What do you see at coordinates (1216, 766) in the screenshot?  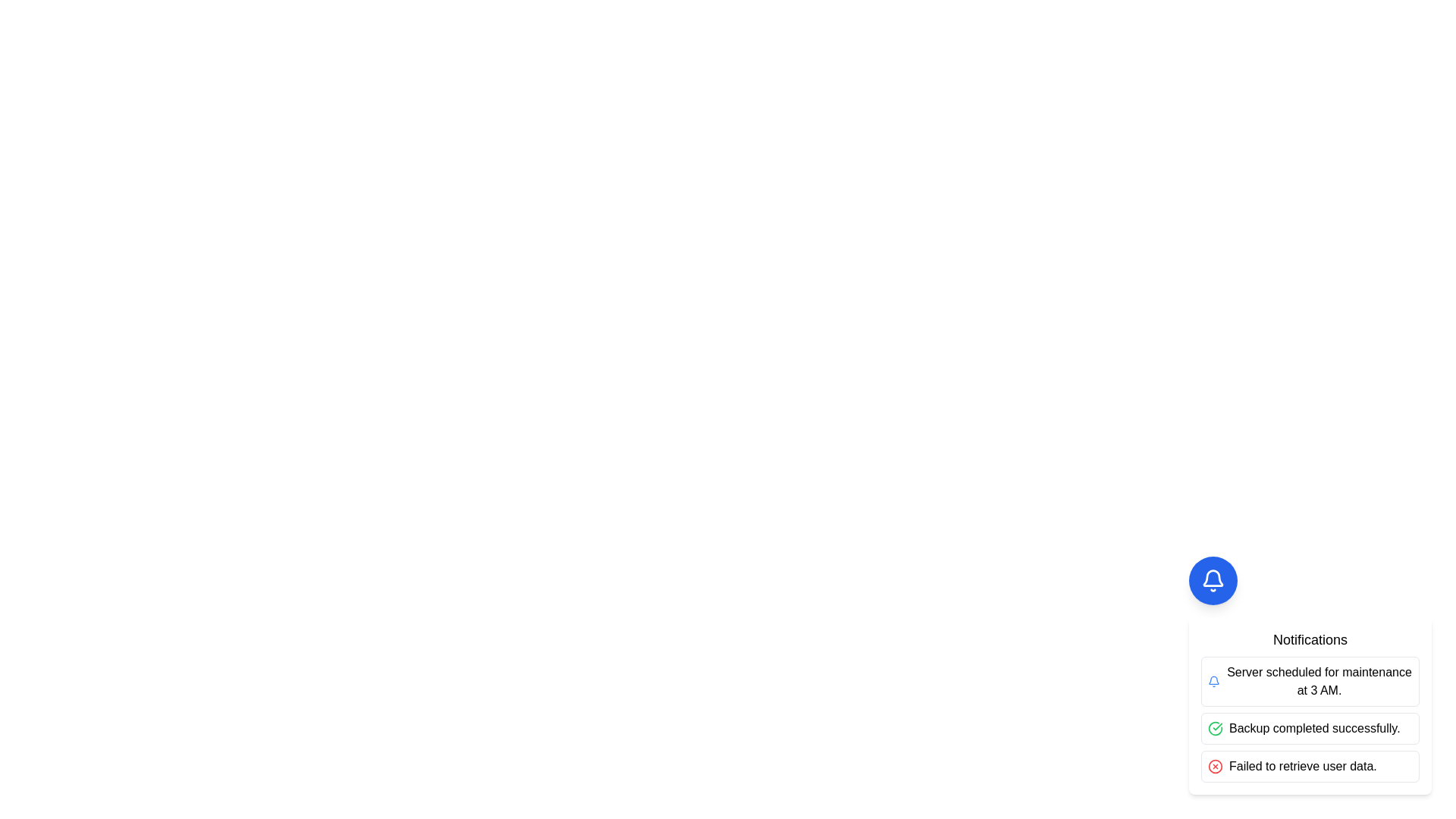 I see `the Error indicator icon, which is a circular shape with a cross design in the center, located in the notifications panel` at bounding box center [1216, 766].